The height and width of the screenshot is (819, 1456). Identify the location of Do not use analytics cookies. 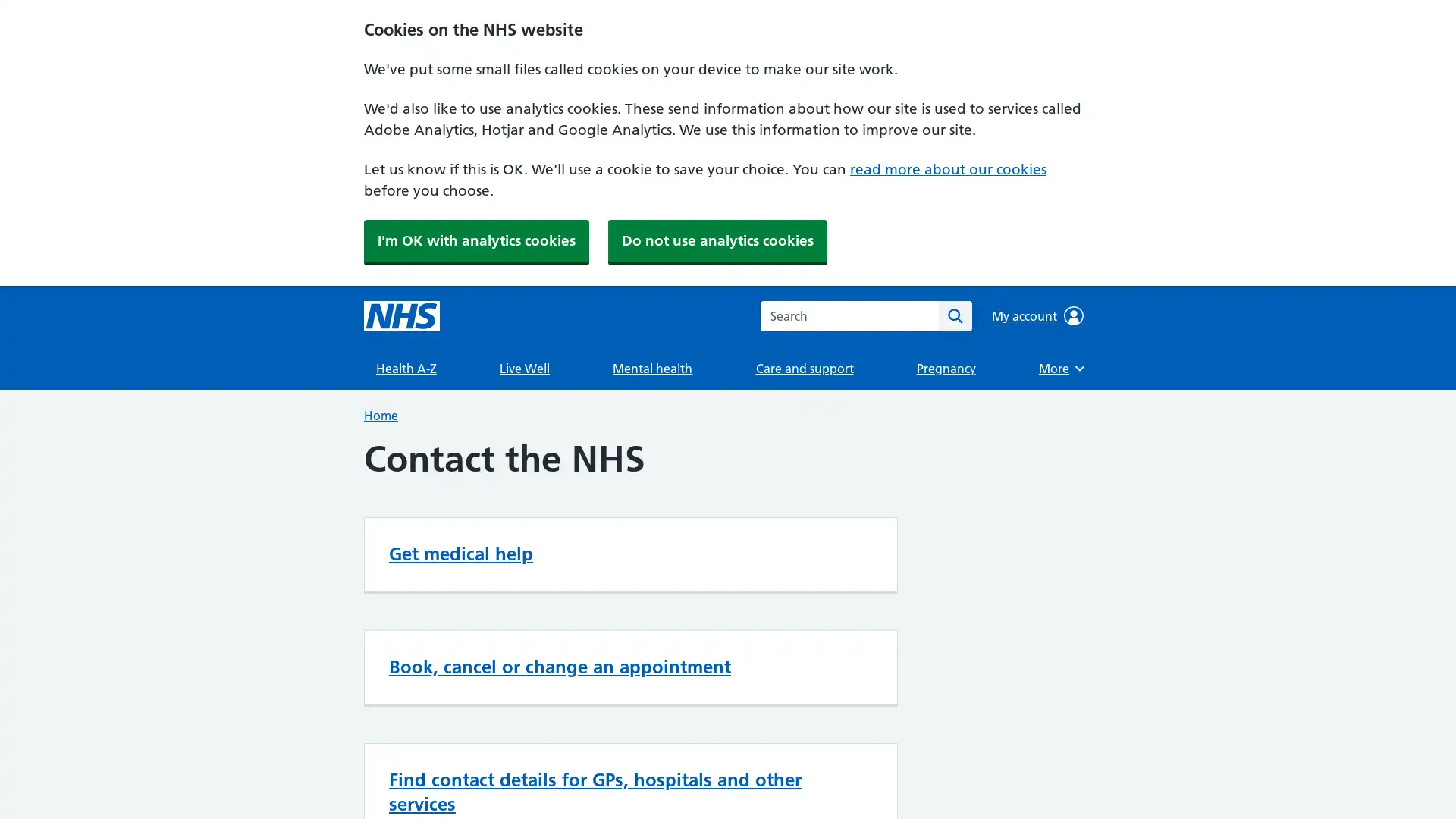
(717, 240).